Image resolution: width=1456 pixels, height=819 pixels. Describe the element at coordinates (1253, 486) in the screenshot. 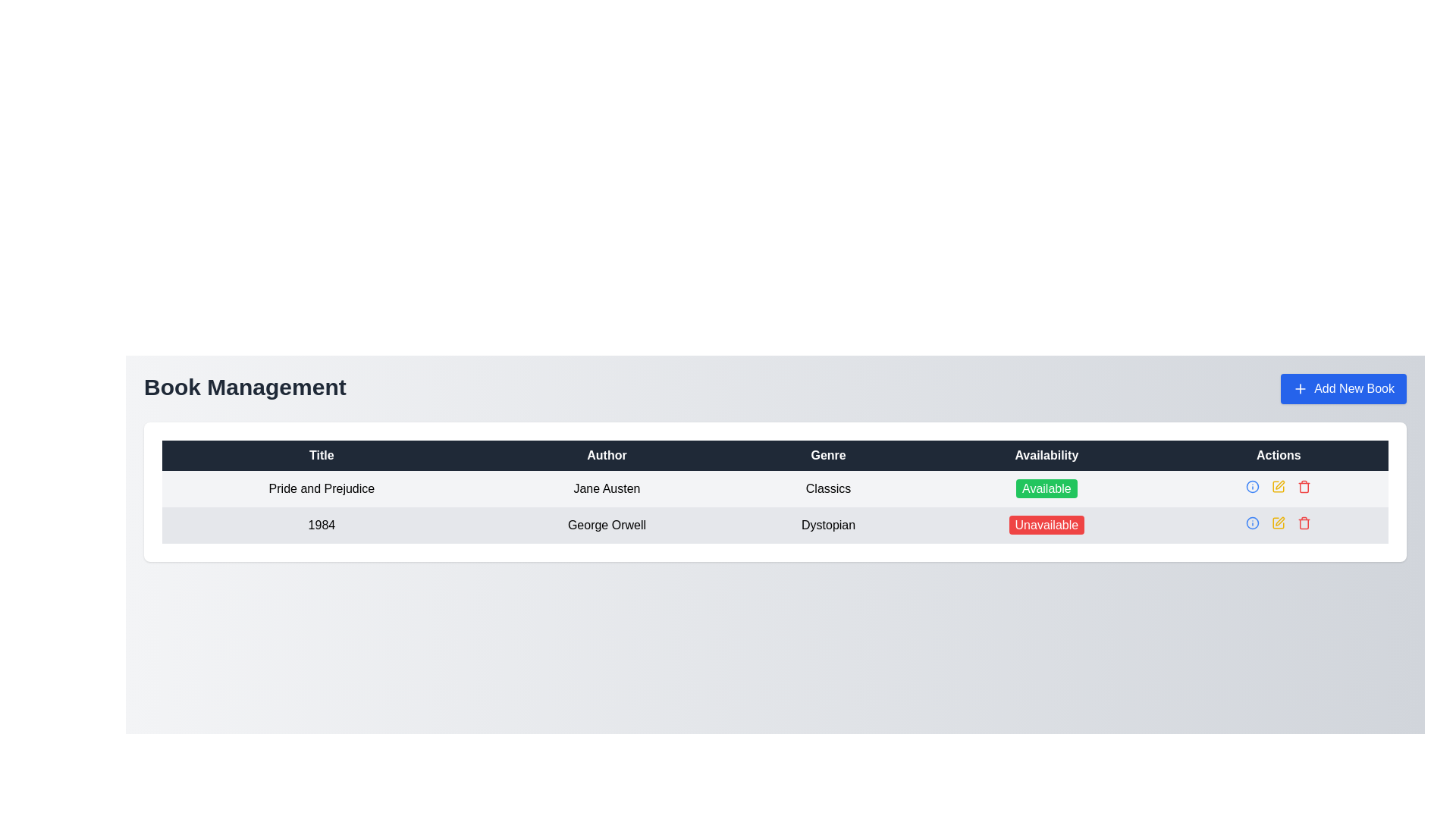

I see `the information button located in the 'Actions' column of the second row of the table` at that location.